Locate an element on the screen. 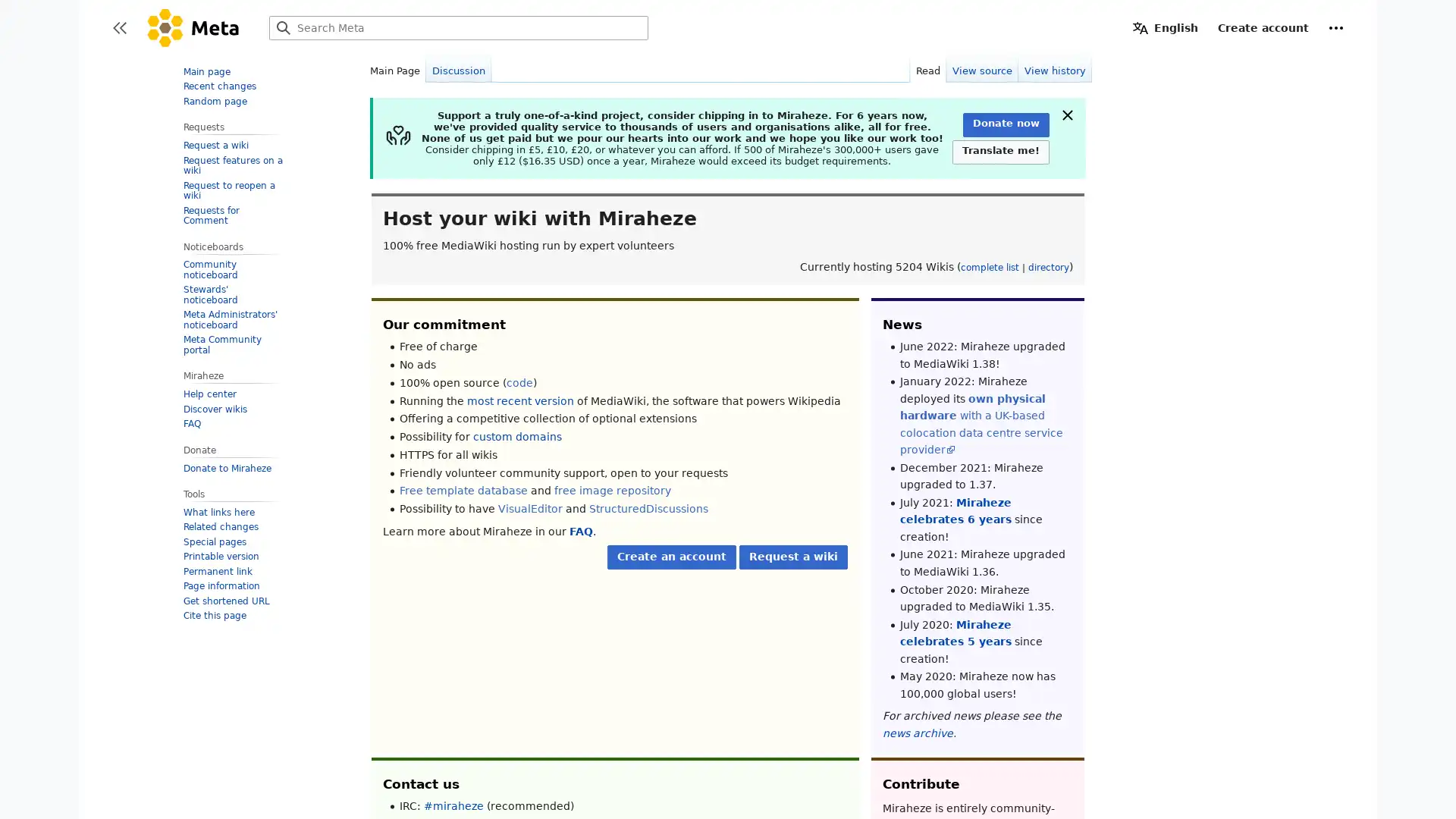  Search is located at coordinates (284, 28).